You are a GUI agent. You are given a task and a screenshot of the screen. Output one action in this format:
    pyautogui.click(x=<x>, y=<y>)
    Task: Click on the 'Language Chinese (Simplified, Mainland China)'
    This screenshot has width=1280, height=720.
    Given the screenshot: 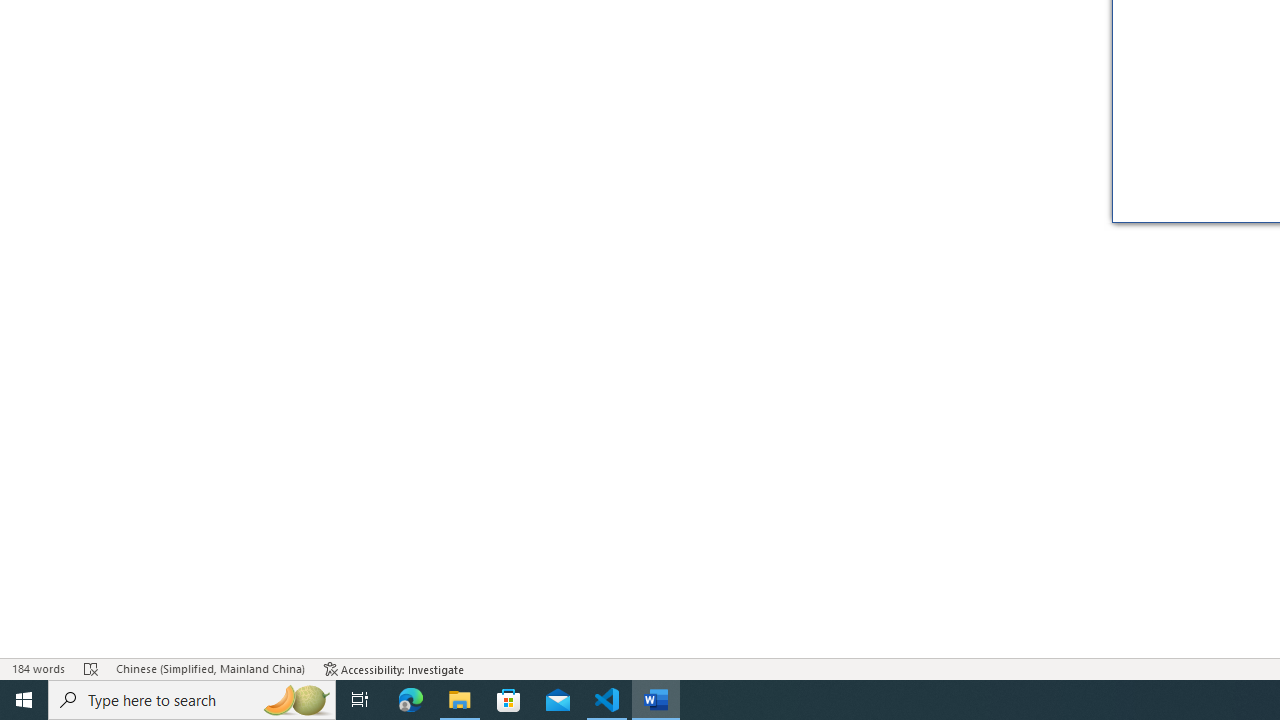 What is the action you would take?
    pyautogui.click(x=210, y=669)
    